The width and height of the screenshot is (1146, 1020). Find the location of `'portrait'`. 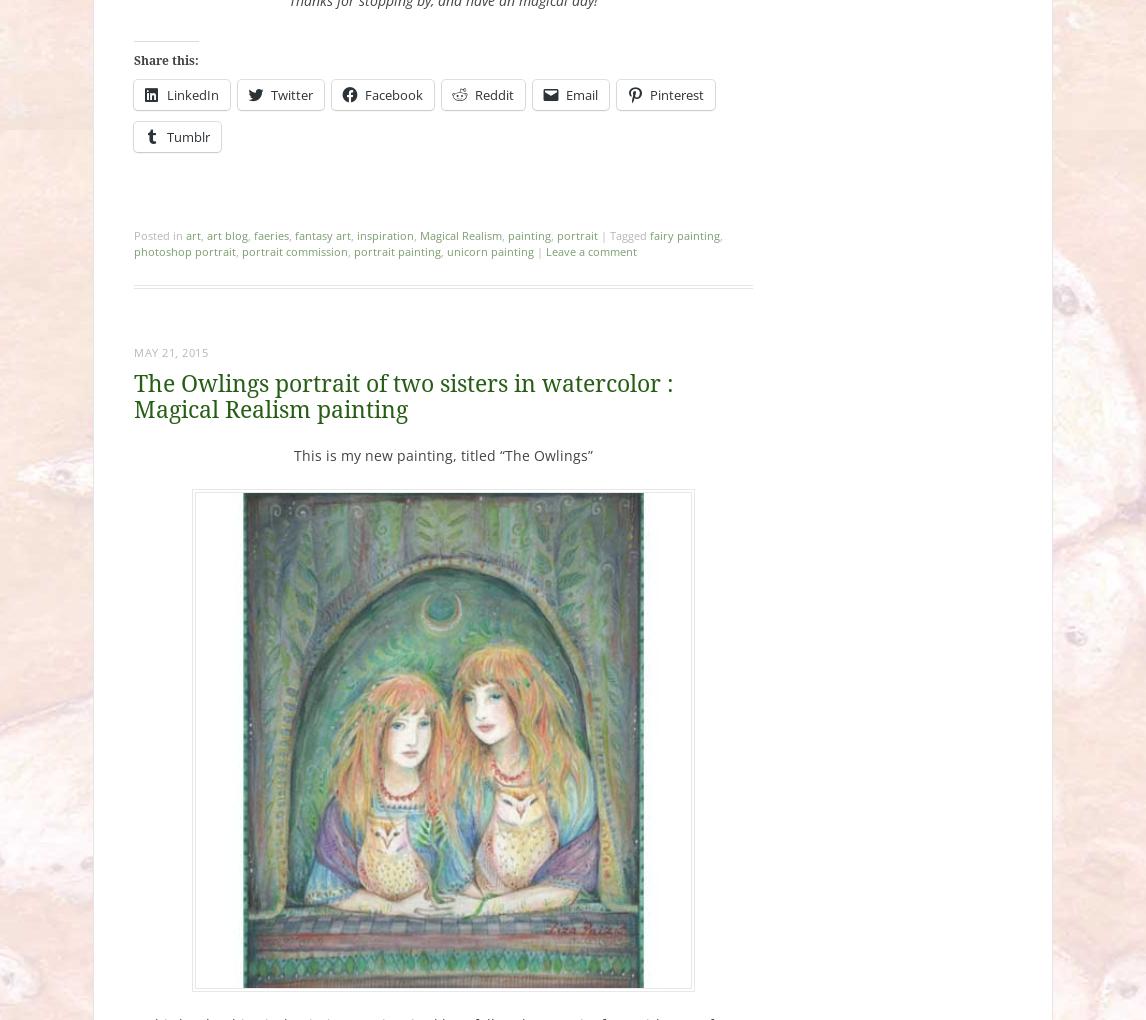

'portrait' is located at coordinates (555, 234).